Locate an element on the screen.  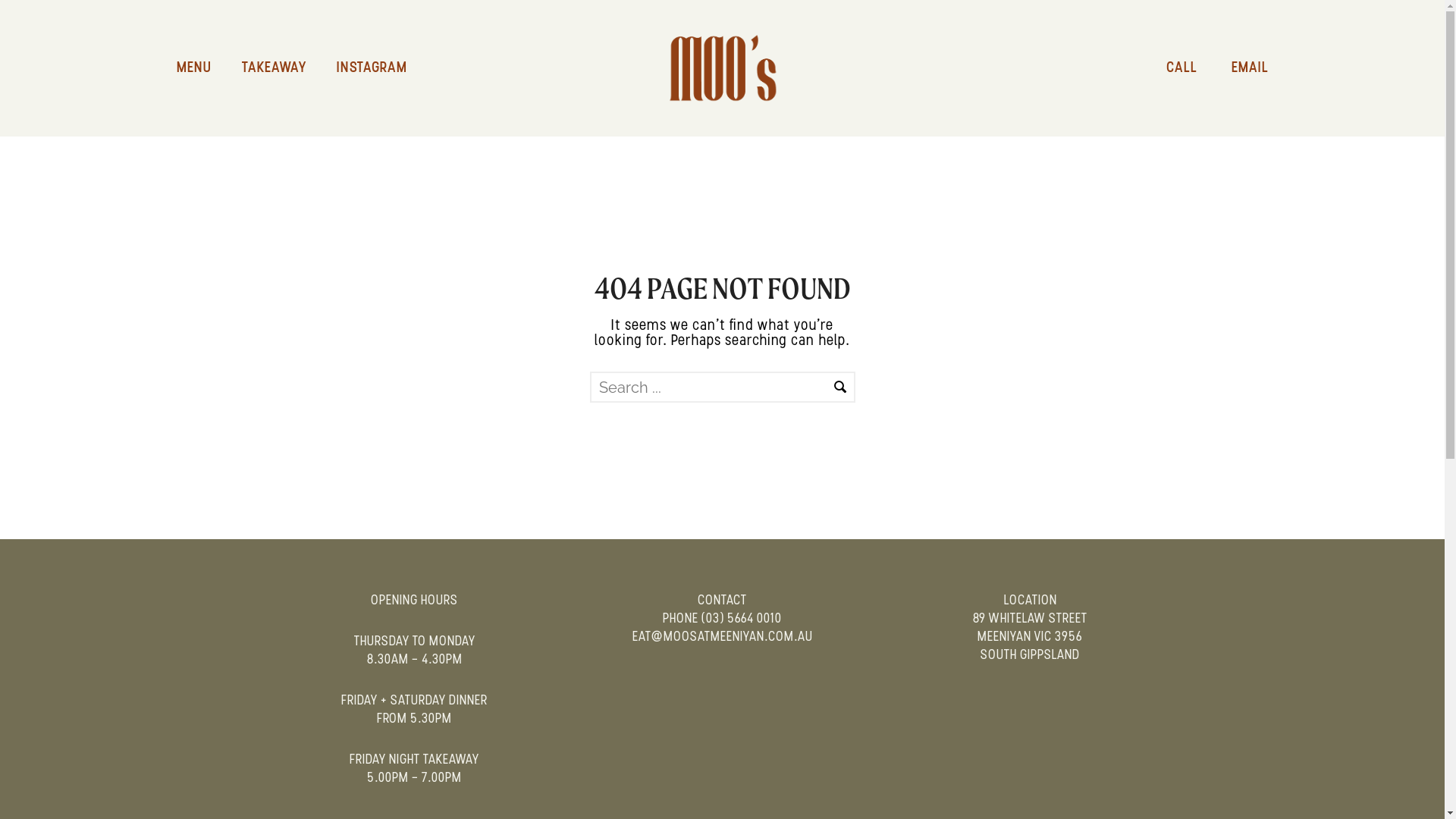
'EMAIL' is located at coordinates (1235, 67).